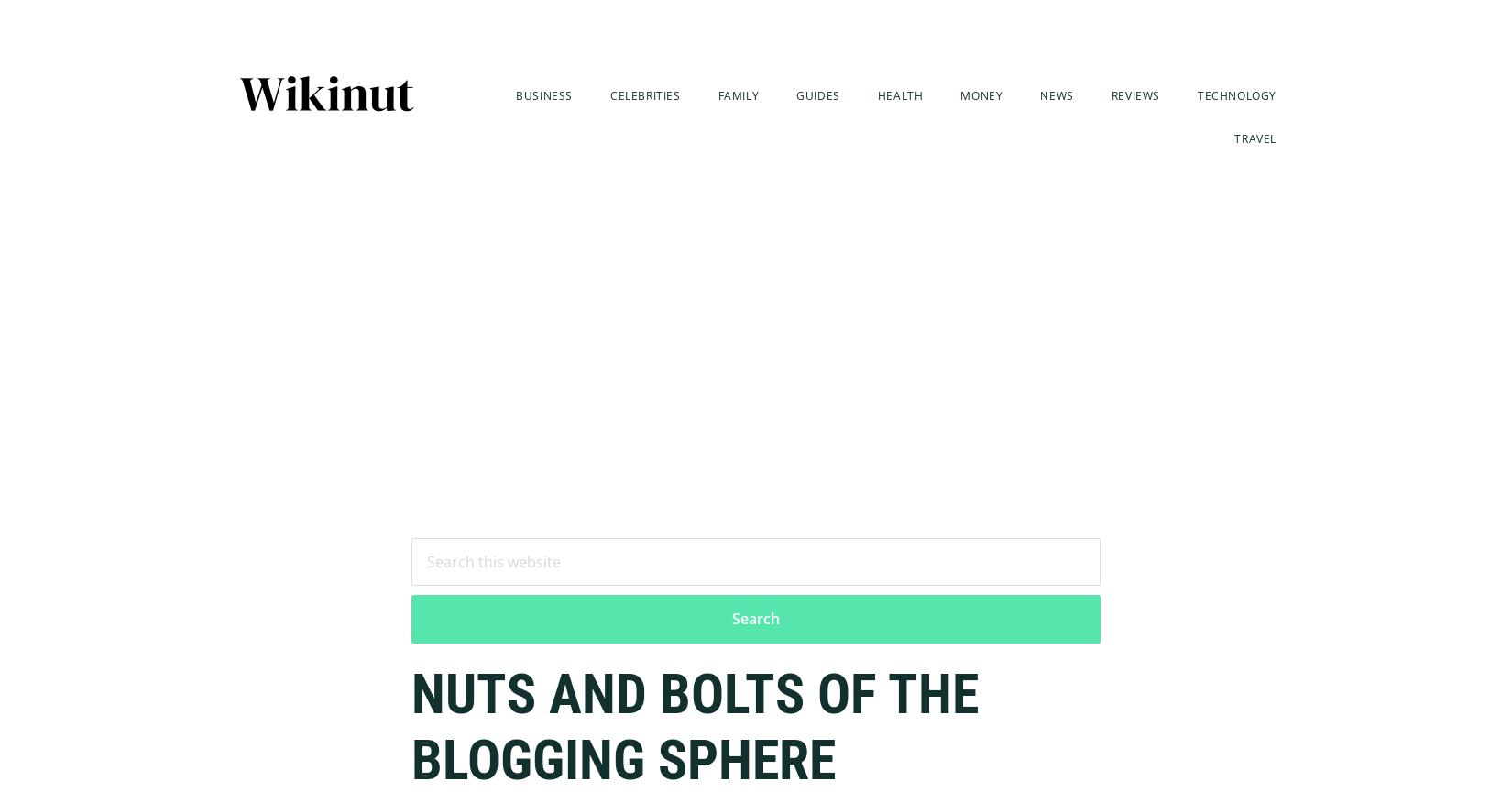  I want to click on 'Travel', so click(1233, 138).